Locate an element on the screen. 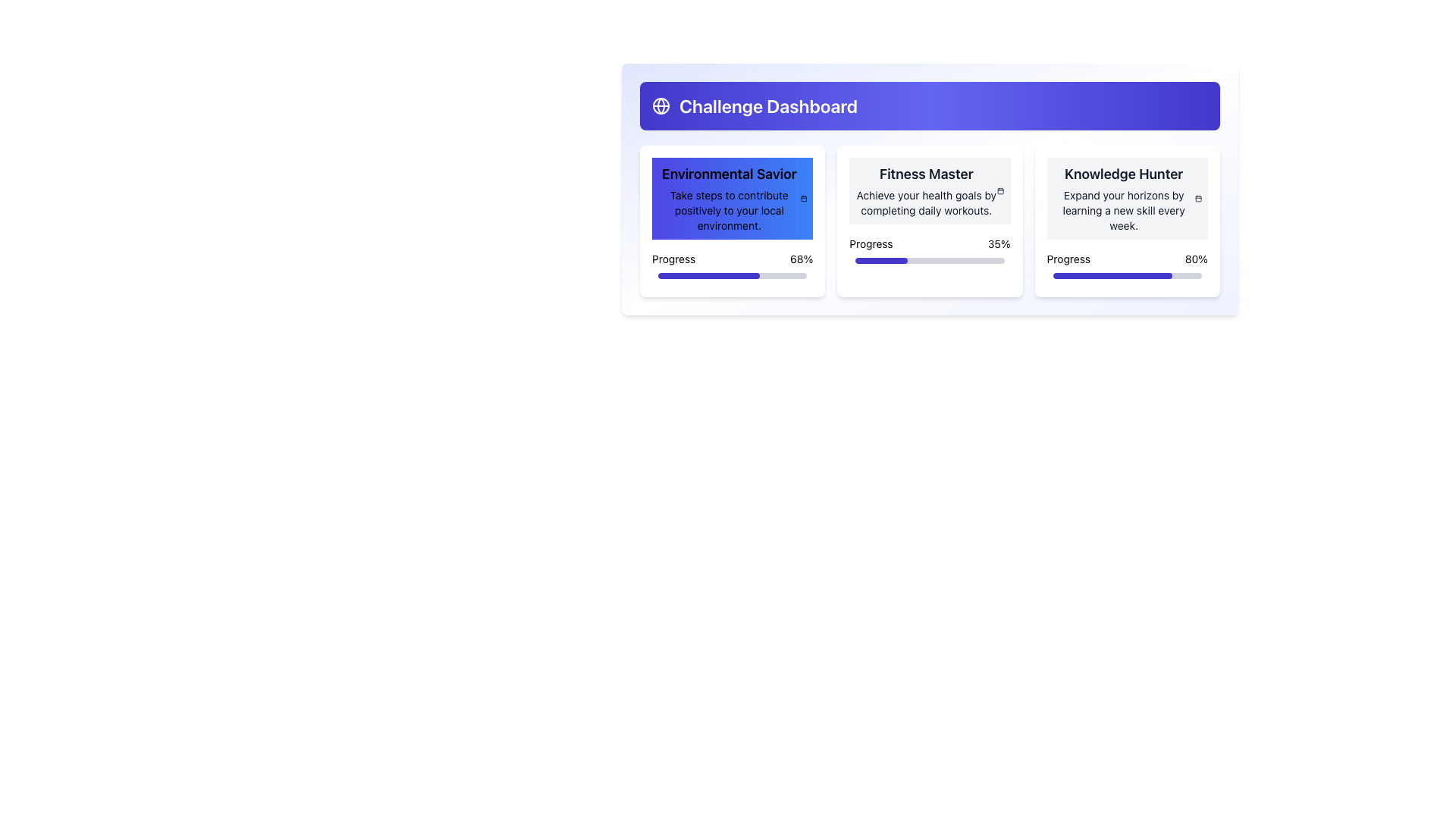 This screenshot has width=1456, height=819. the calendar icon located to the immediate right of the description text 'Expand your horizons by learning a new skill every week.' in the 'Knowledge Hunter' module is located at coordinates (1197, 198).